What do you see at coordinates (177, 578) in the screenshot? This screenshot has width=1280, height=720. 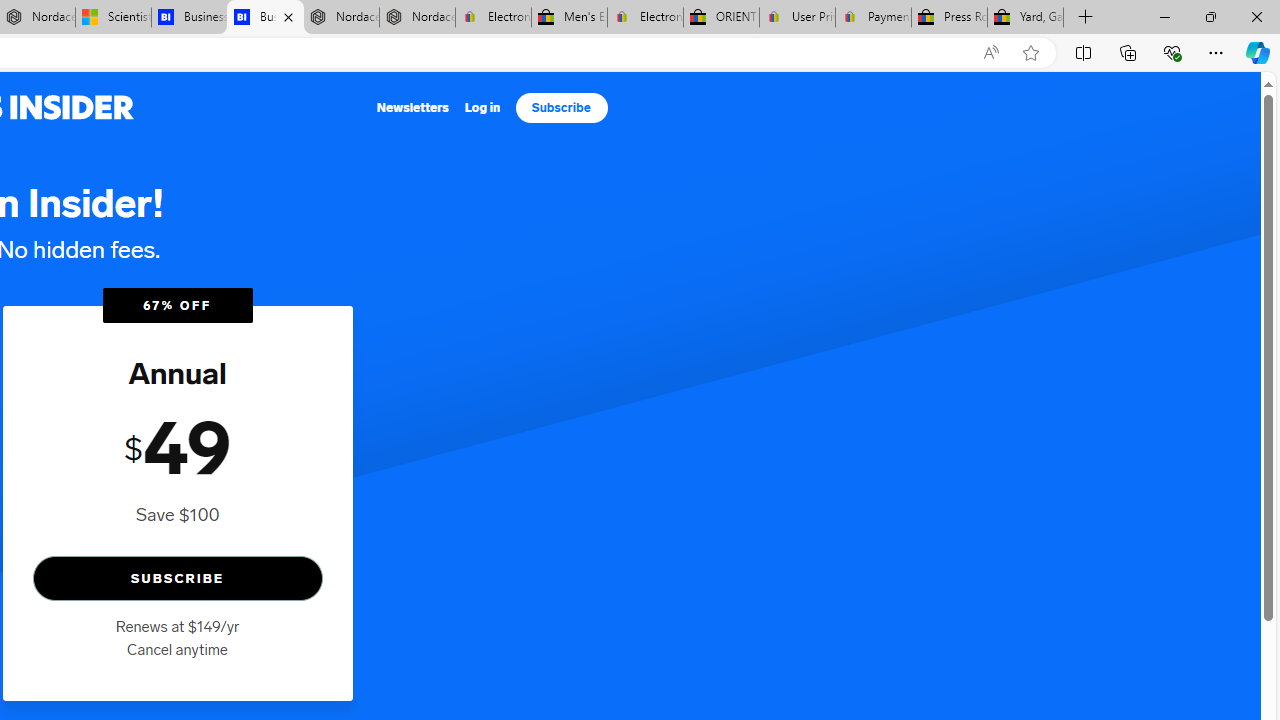 I see `'SUBSCRIBE'` at bounding box center [177, 578].